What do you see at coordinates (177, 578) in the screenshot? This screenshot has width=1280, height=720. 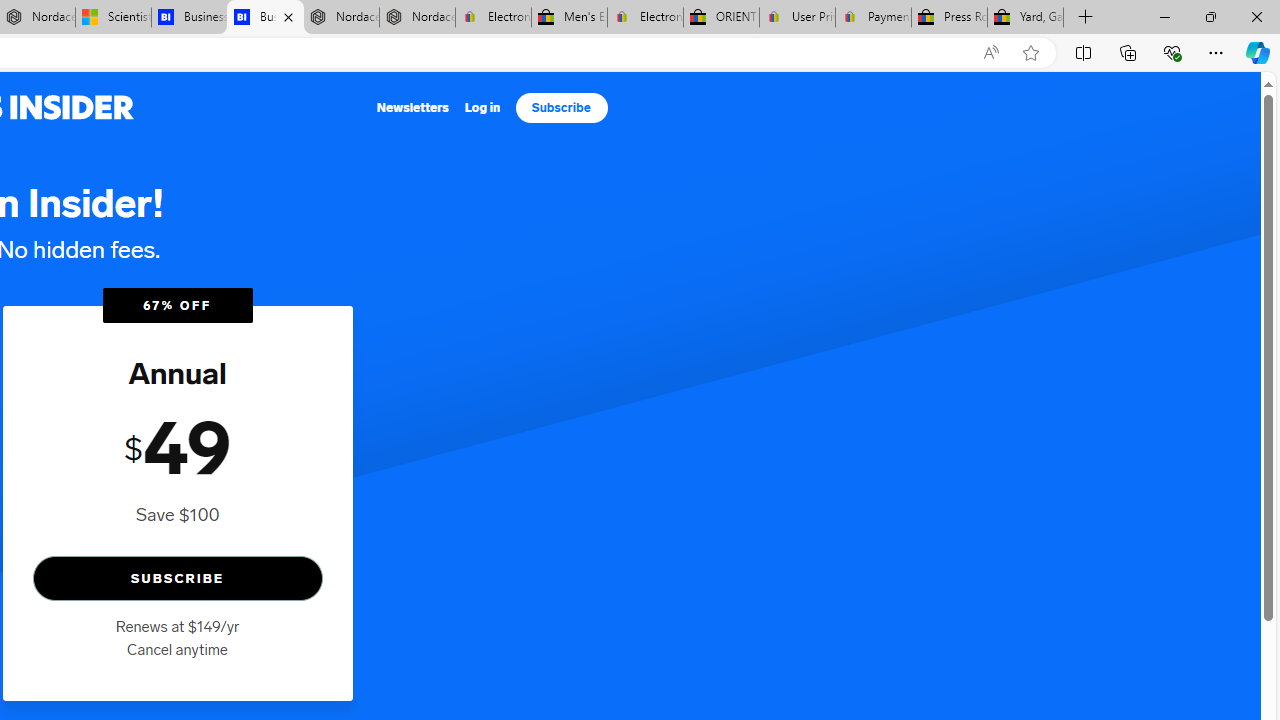 I see `'SUBSCRIBE'` at bounding box center [177, 578].